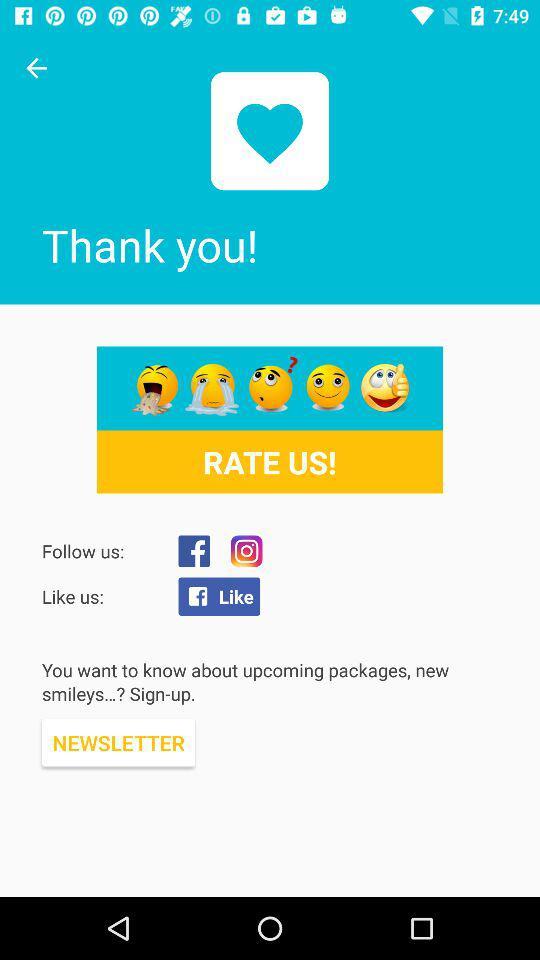 Image resolution: width=540 pixels, height=960 pixels. What do you see at coordinates (246, 551) in the screenshot?
I see `the photo icon` at bounding box center [246, 551].